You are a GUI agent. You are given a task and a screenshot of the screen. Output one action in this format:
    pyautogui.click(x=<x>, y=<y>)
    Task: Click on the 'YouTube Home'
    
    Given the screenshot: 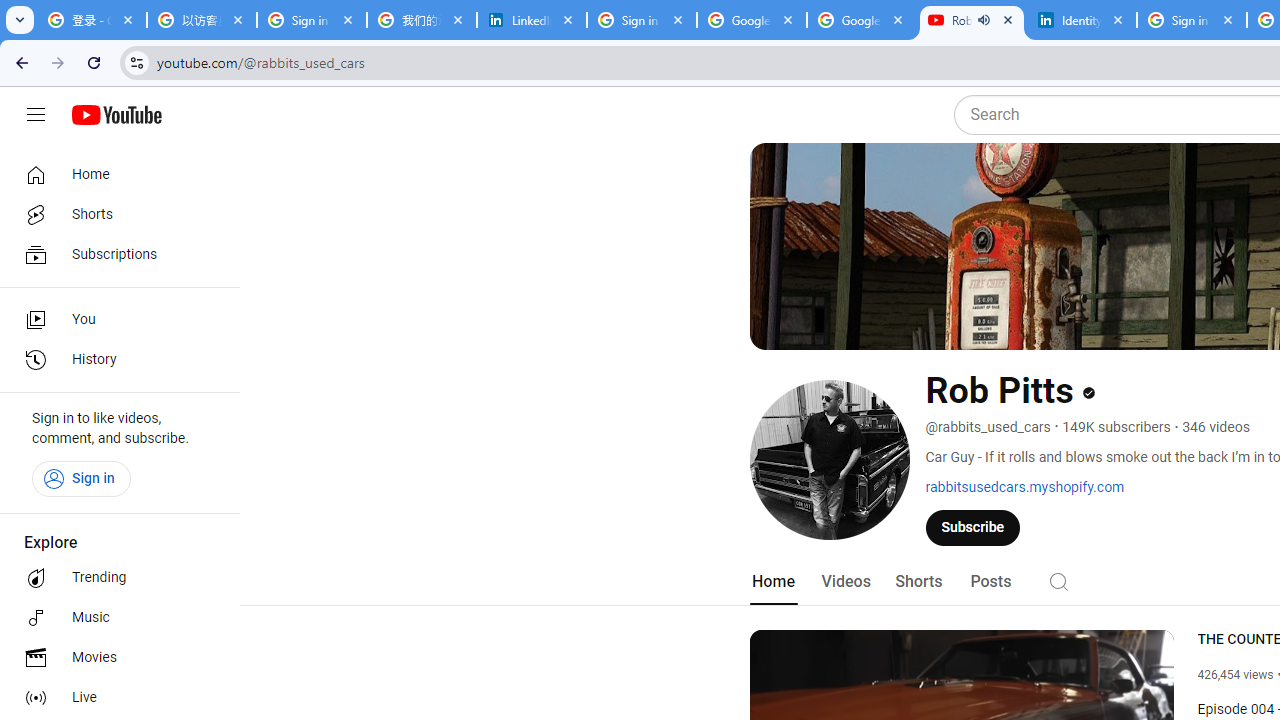 What is the action you would take?
    pyautogui.click(x=115, y=115)
    